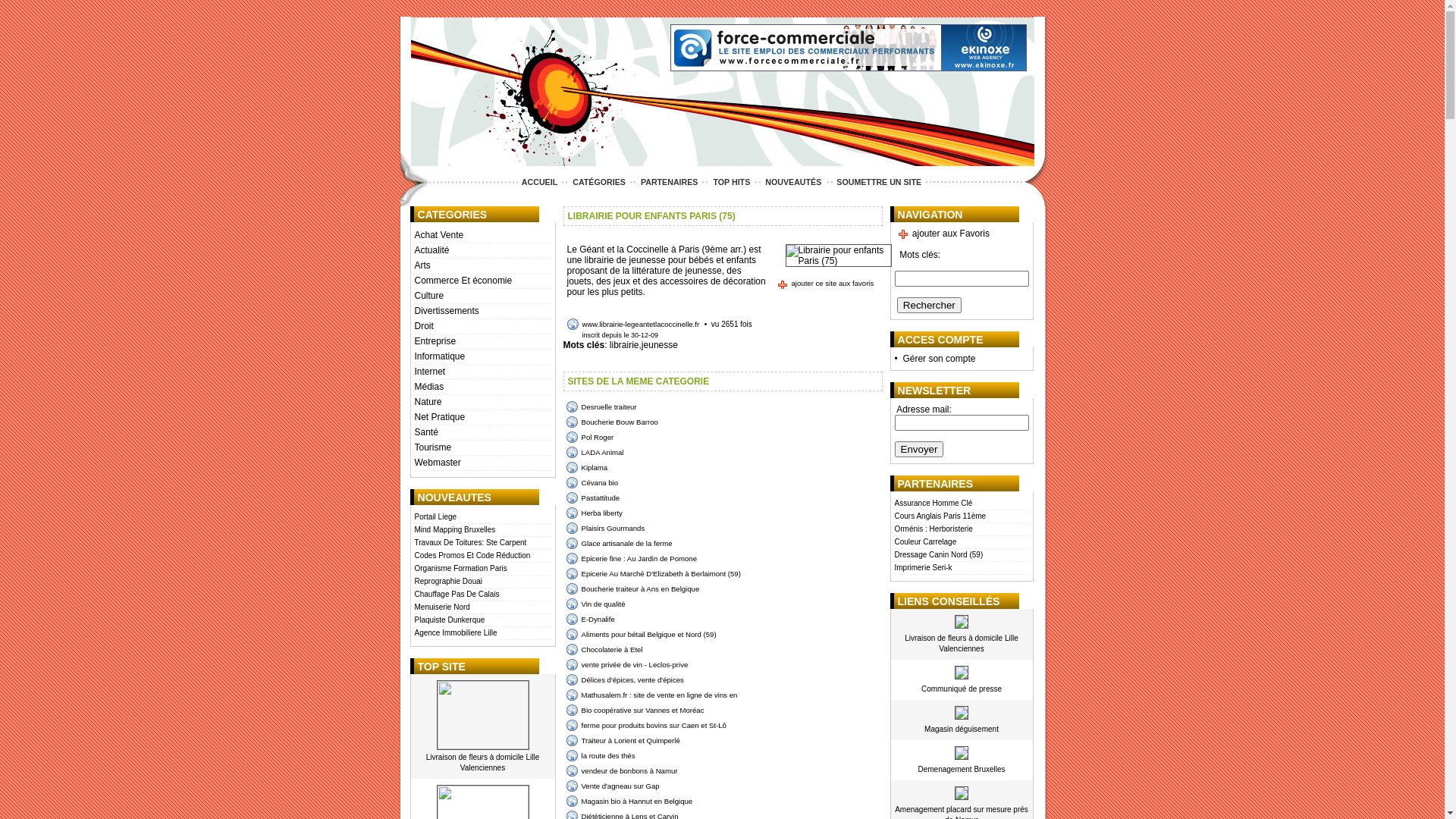  What do you see at coordinates (961, 568) in the screenshot?
I see `'Imprimerie Seri-k'` at bounding box center [961, 568].